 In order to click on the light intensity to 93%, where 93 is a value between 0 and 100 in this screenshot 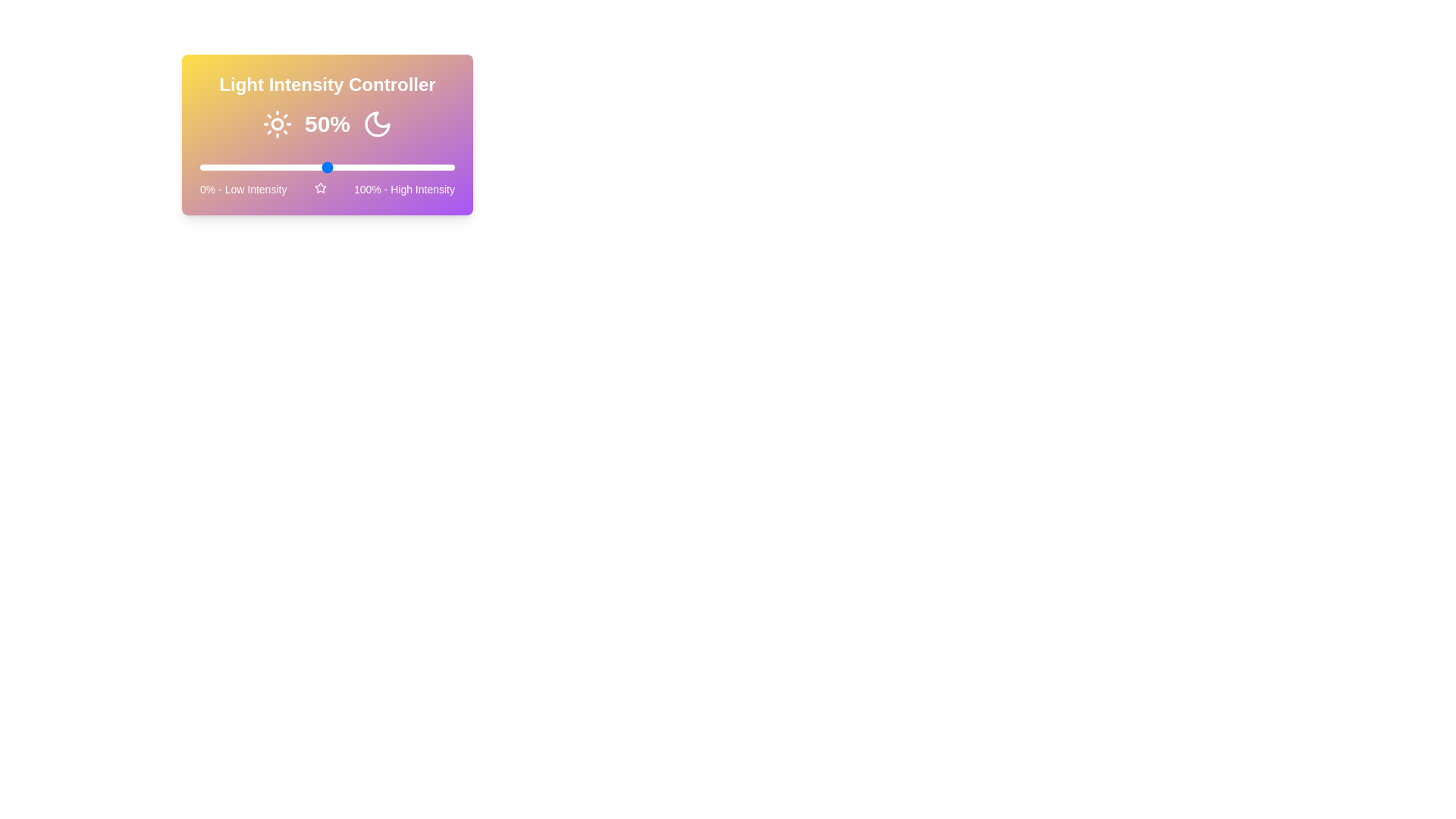, I will do `click(436, 167)`.